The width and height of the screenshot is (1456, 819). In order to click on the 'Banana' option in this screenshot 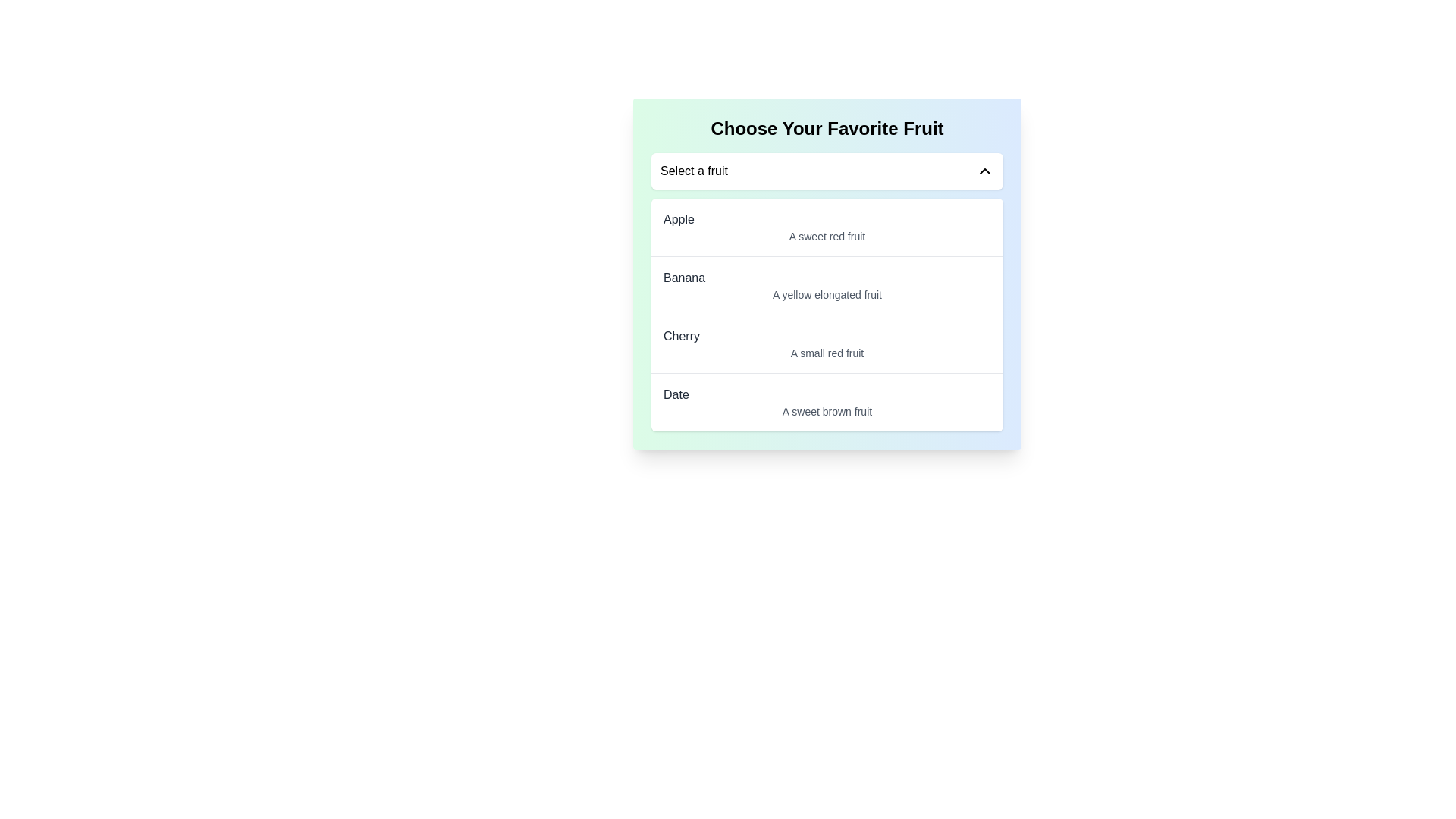, I will do `click(826, 284)`.